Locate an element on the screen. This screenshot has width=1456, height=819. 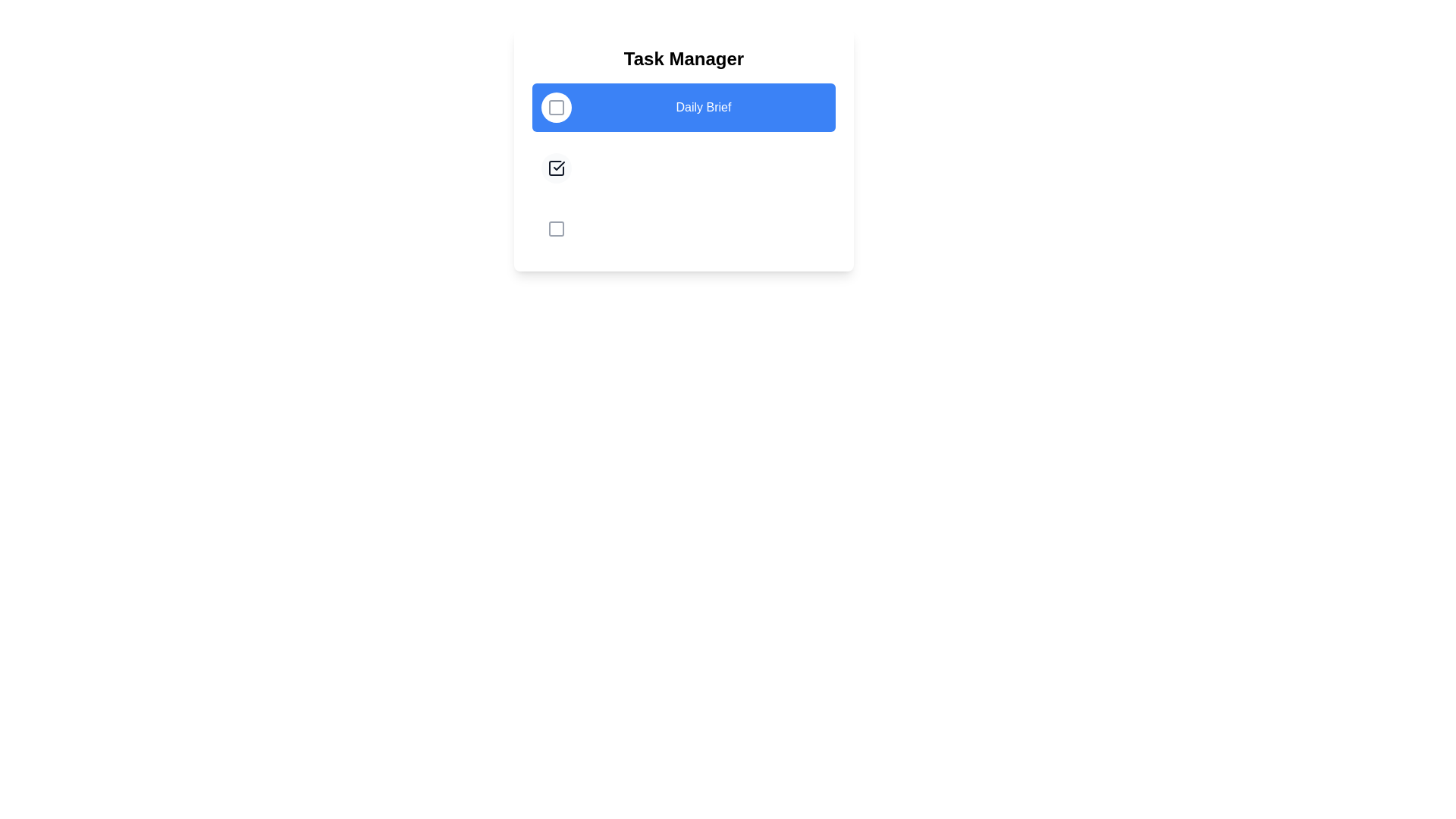
the task Project Planning to observe any additional interactions or effects is located at coordinates (556, 228).